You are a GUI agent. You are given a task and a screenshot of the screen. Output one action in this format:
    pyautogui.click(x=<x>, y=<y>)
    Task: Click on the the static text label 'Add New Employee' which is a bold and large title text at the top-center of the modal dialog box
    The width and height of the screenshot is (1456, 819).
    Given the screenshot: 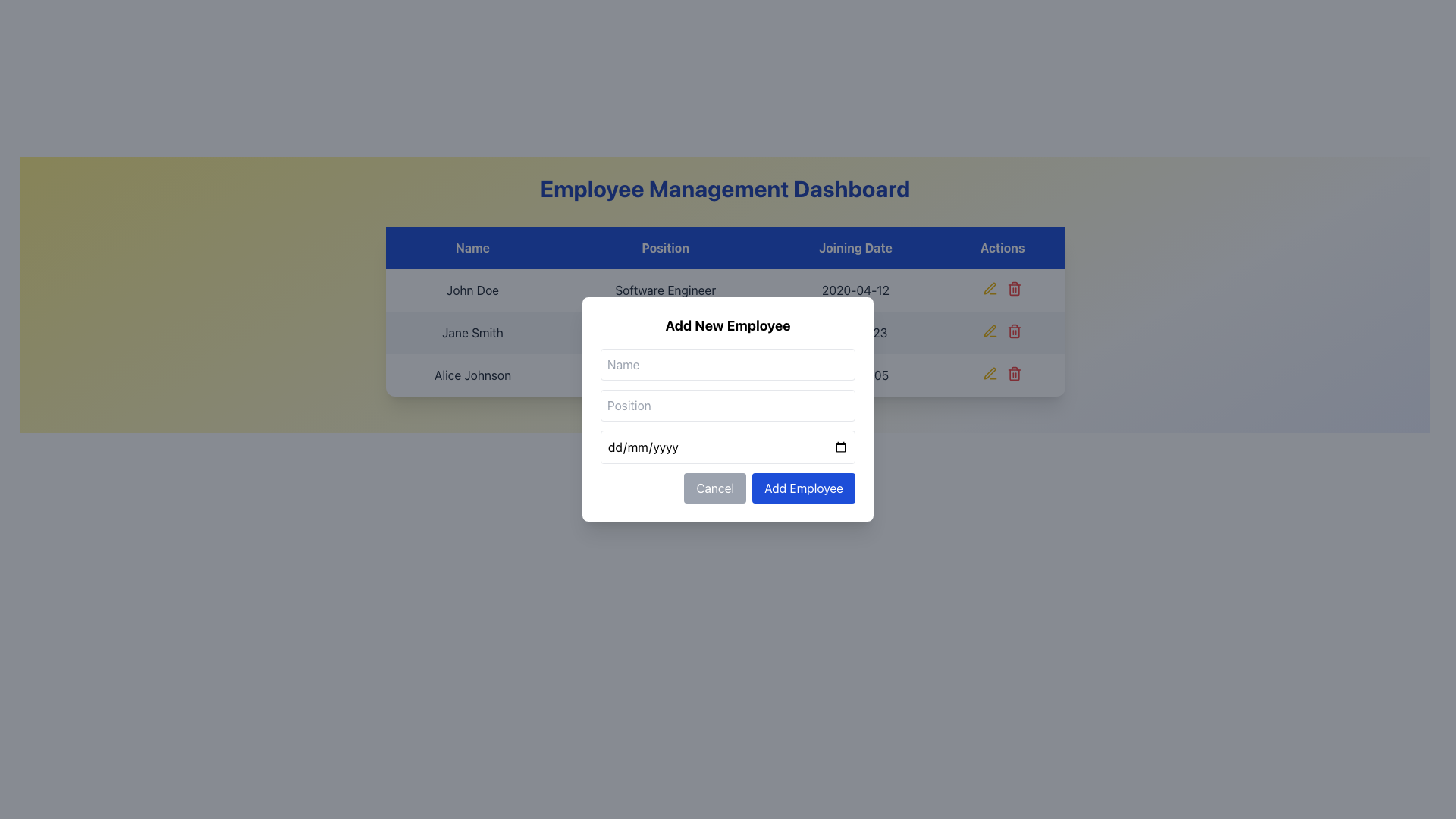 What is the action you would take?
    pyautogui.click(x=728, y=325)
    